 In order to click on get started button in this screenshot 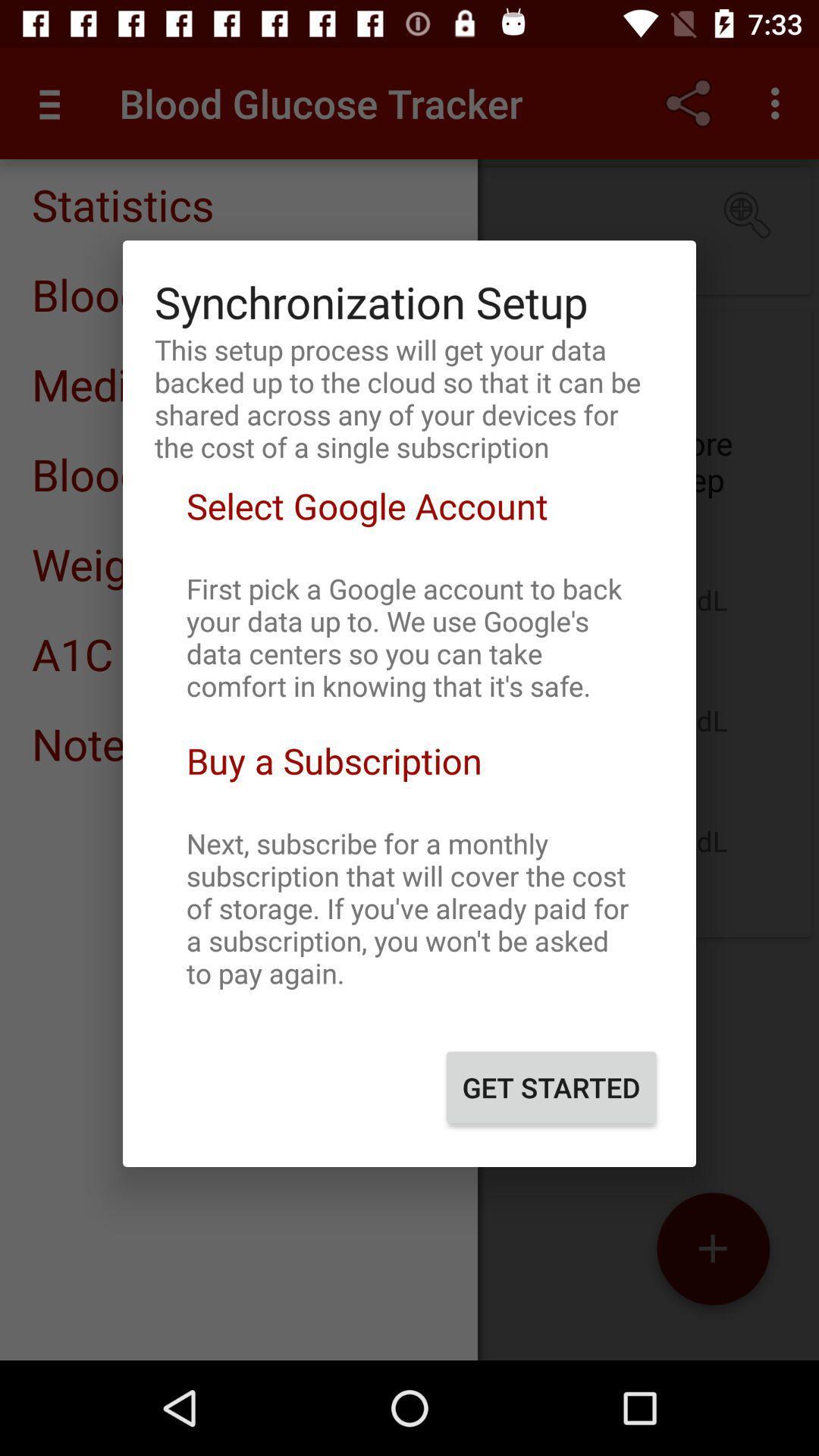, I will do `click(551, 1087)`.